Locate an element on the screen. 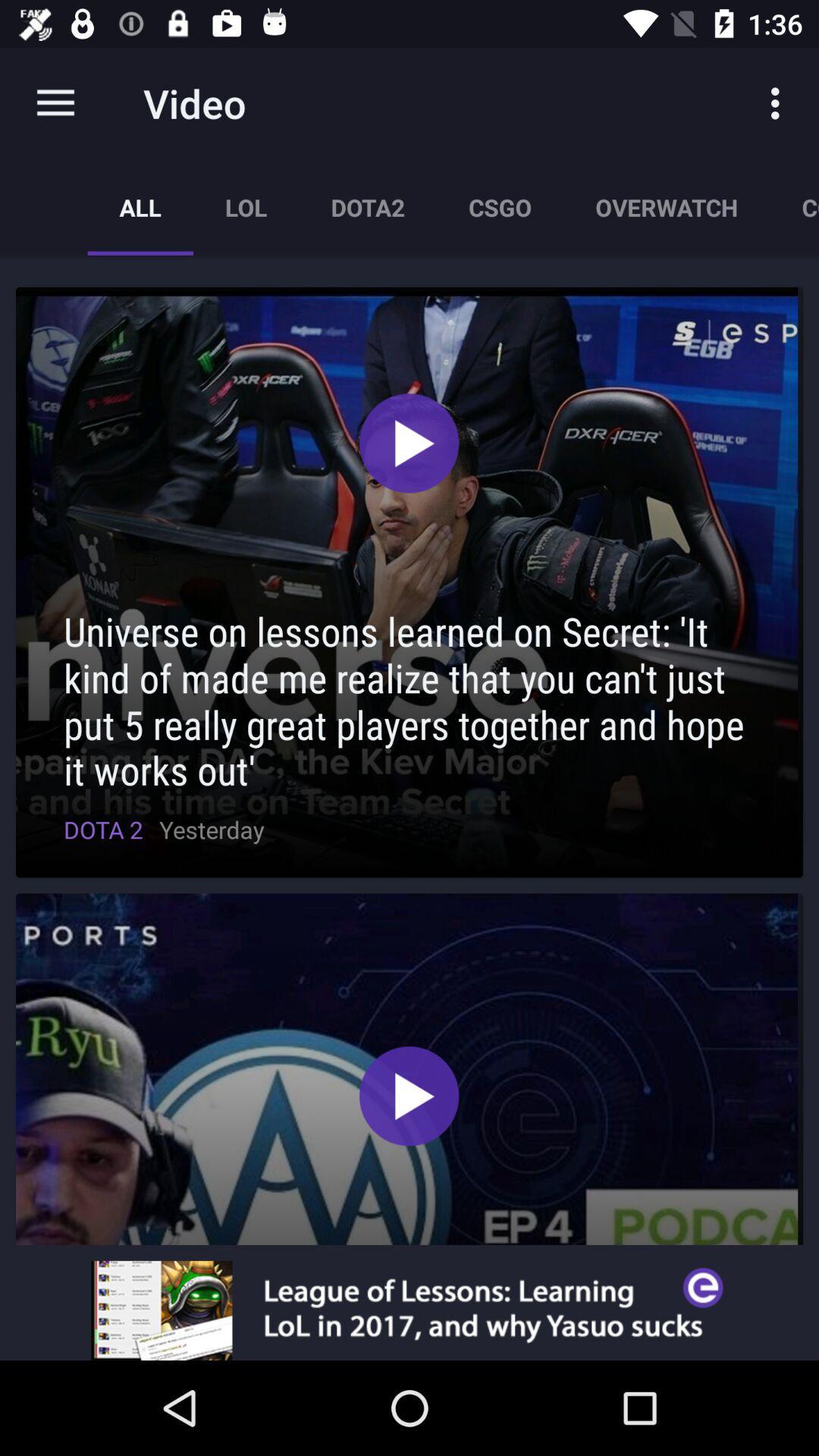 This screenshot has height=1456, width=819. visit advertiser is located at coordinates (409, 1310).